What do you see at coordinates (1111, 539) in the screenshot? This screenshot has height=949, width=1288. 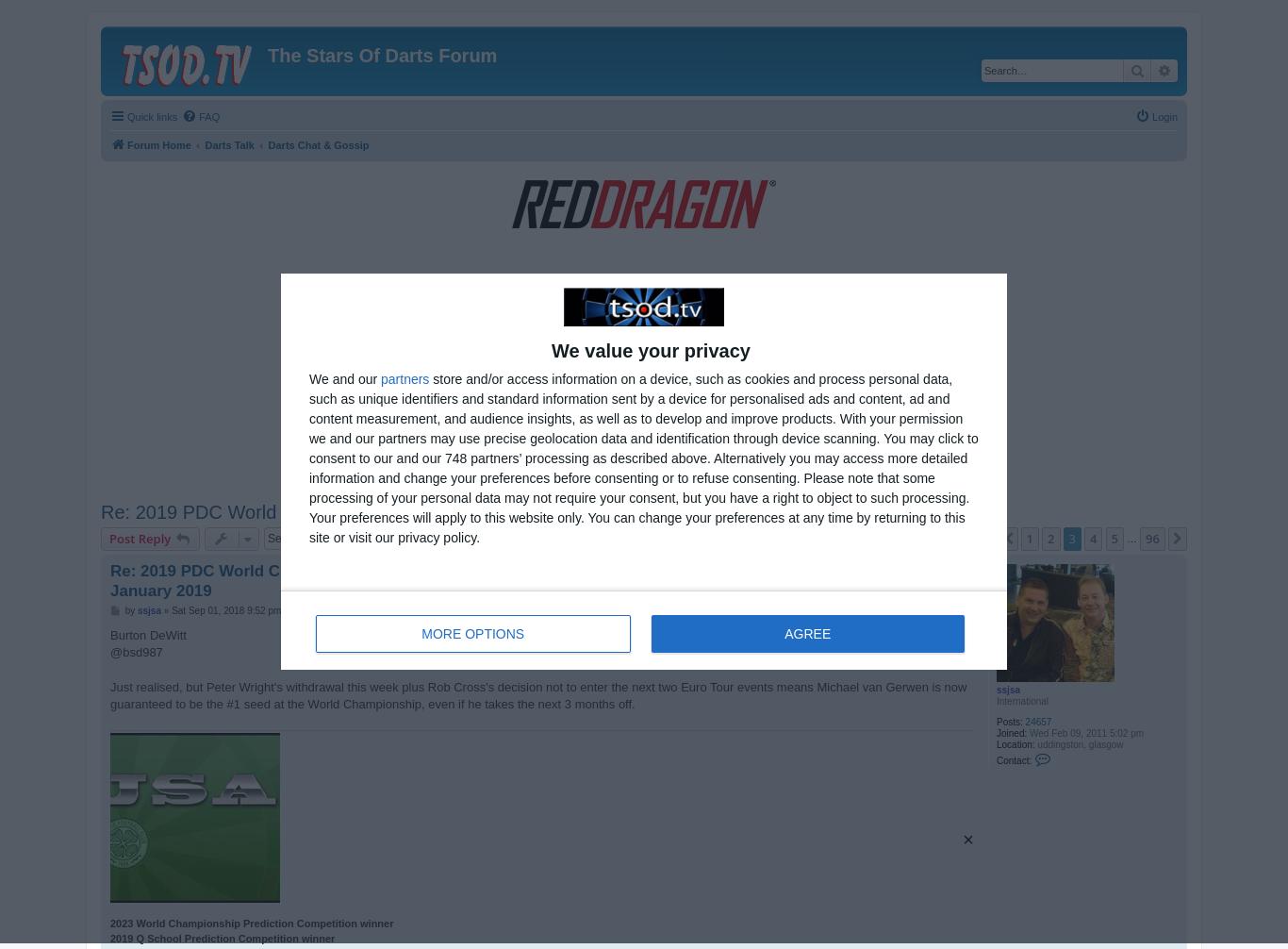 I see `'5'` at bounding box center [1111, 539].